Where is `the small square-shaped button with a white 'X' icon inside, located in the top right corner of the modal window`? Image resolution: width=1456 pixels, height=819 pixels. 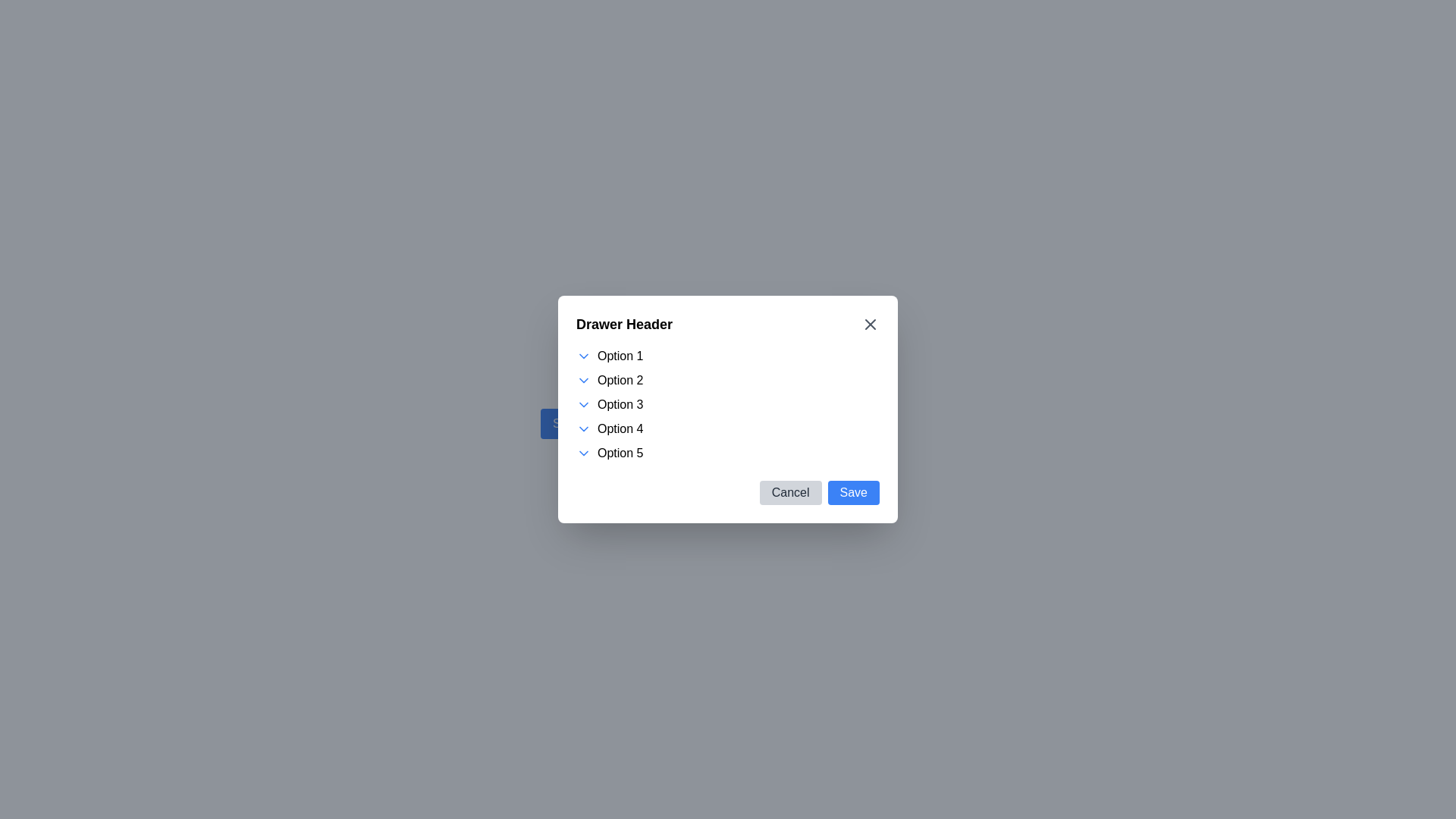 the small square-shaped button with a white 'X' icon inside, located in the top right corner of the modal window is located at coordinates (870, 324).